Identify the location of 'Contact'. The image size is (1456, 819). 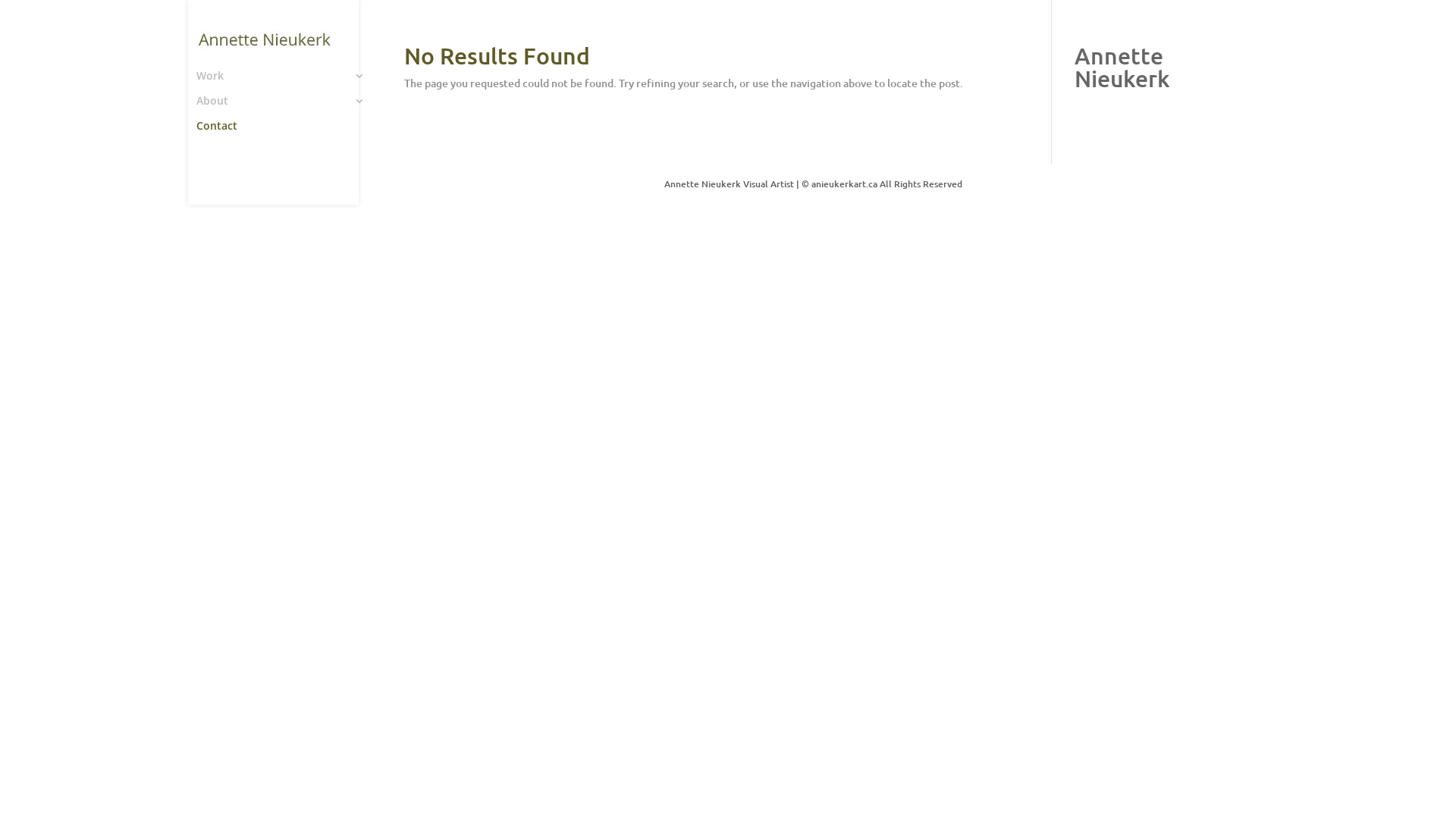
(288, 132).